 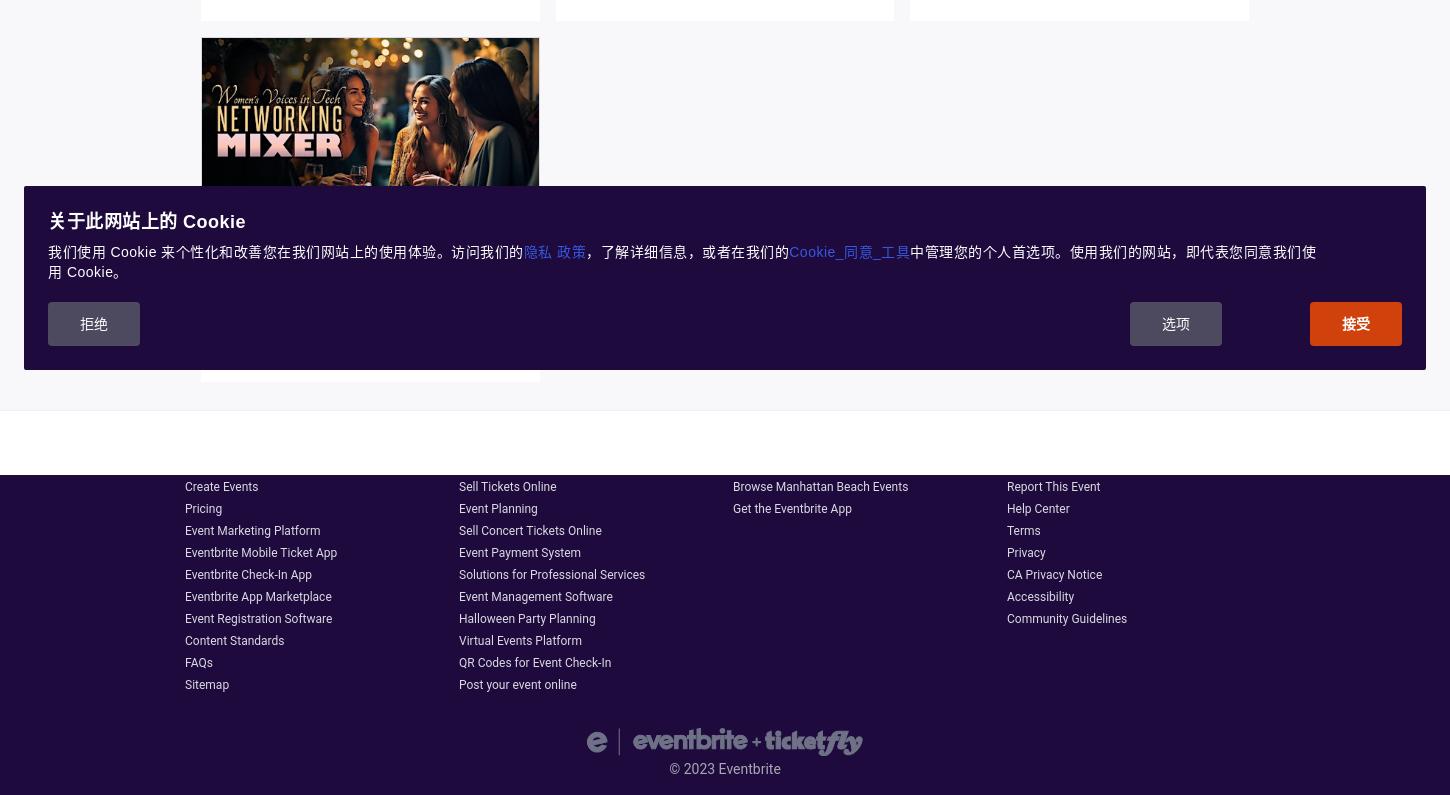 I want to click on 'Event Registration Software', so click(x=258, y=618).